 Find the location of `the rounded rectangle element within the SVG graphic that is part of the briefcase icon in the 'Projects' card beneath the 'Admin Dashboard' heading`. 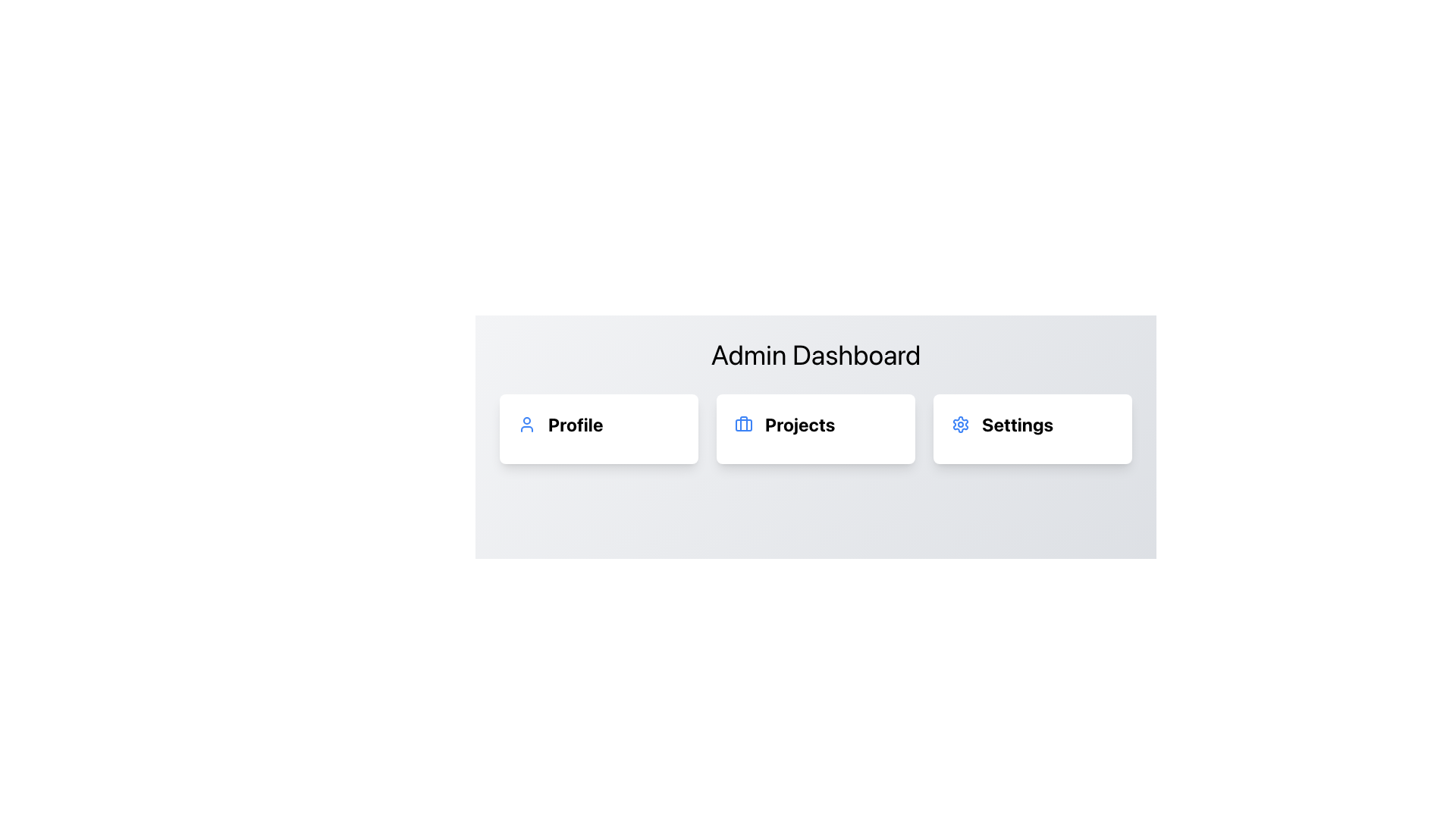

the rounded rectangle element within the SVG graphic that is part of the briefcase icon in the 'Projects' card beneath the 'Admin Dashboard' heading is located at coordinates (743, 425).